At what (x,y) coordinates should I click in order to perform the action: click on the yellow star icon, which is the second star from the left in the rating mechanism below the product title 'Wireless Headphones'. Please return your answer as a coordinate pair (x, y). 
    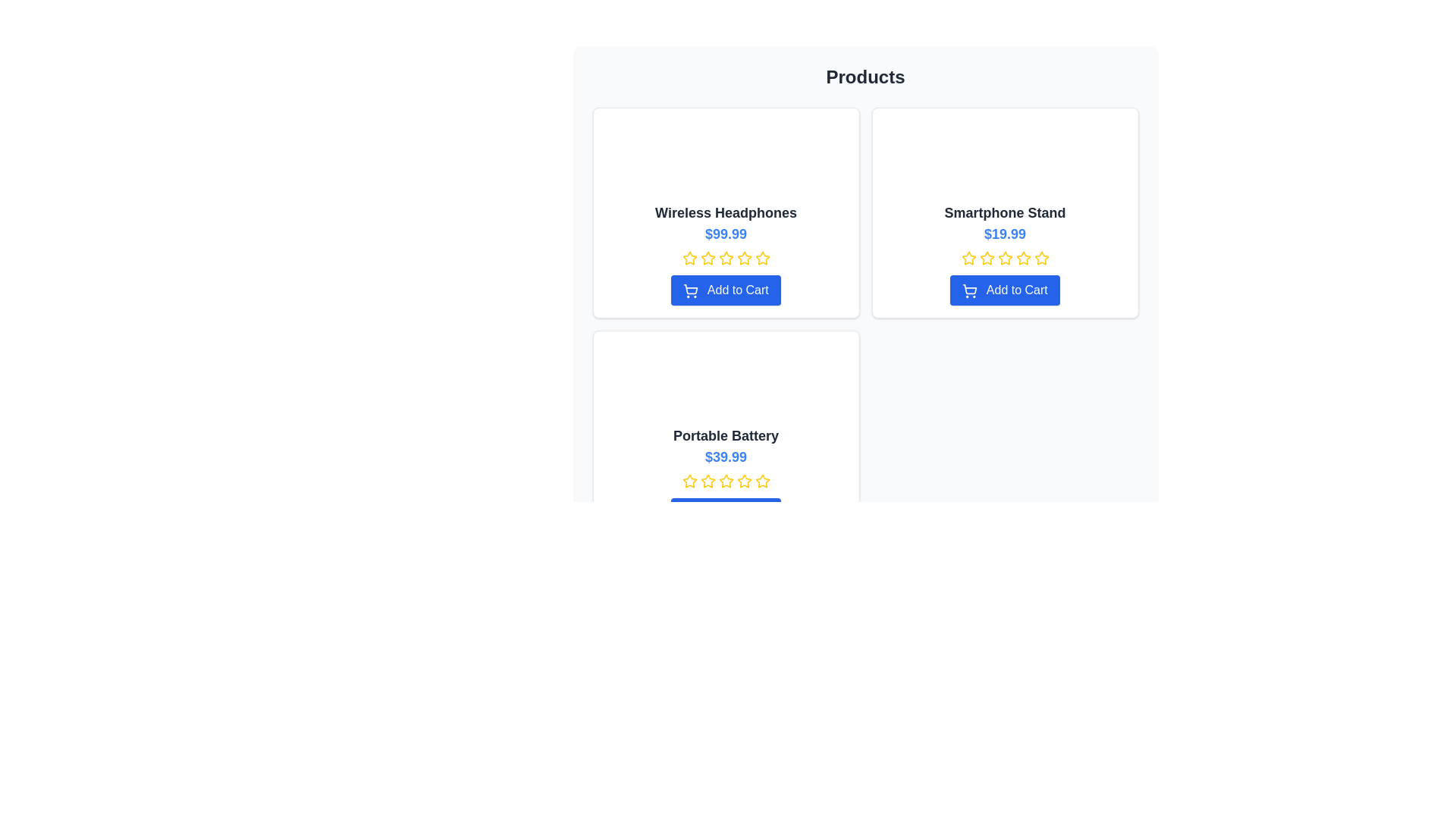
    Looking at the image, I should click on (707, 257).